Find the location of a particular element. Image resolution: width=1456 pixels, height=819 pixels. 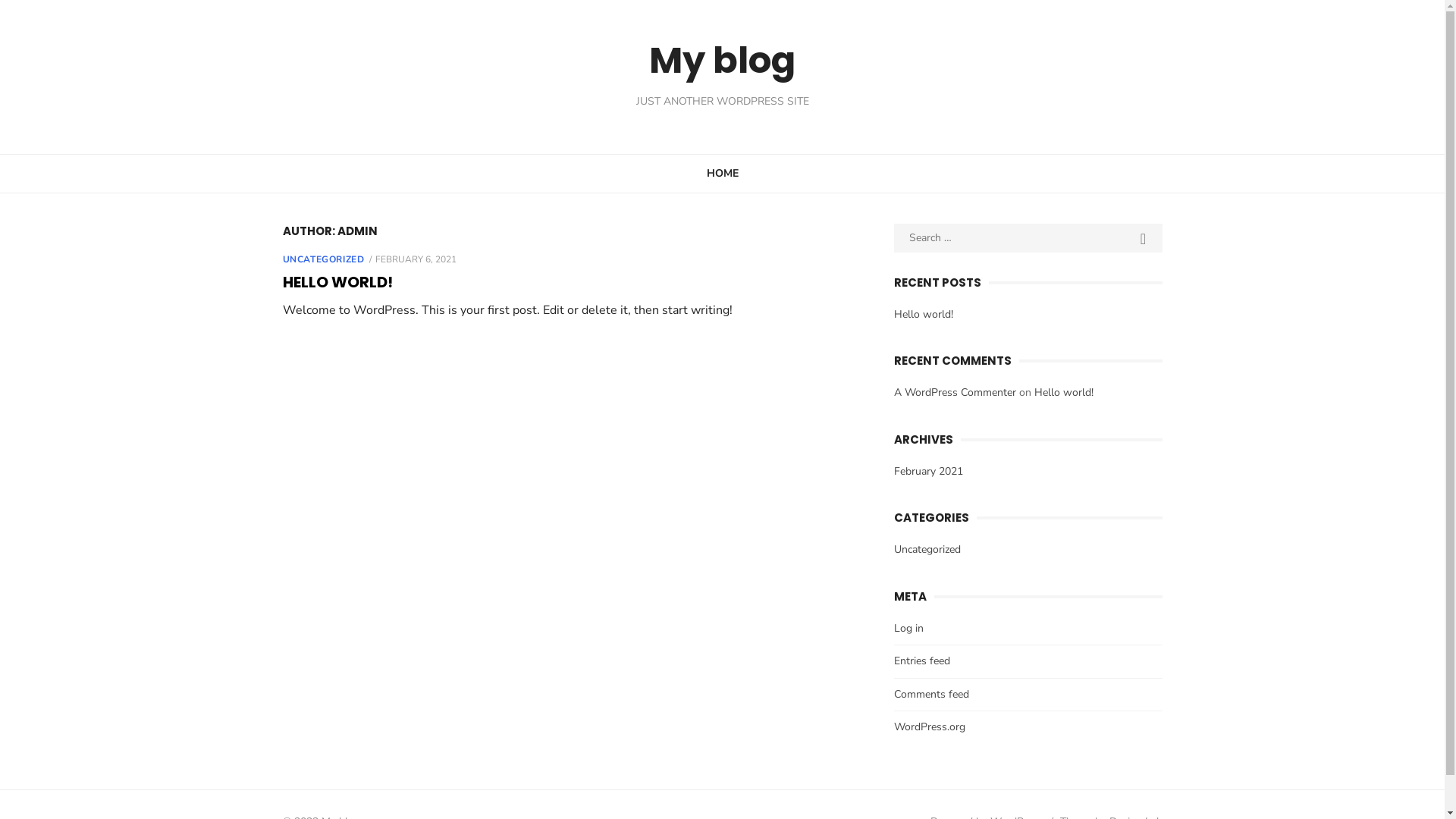

'Skip to content' is located at coordinates (0, 0).